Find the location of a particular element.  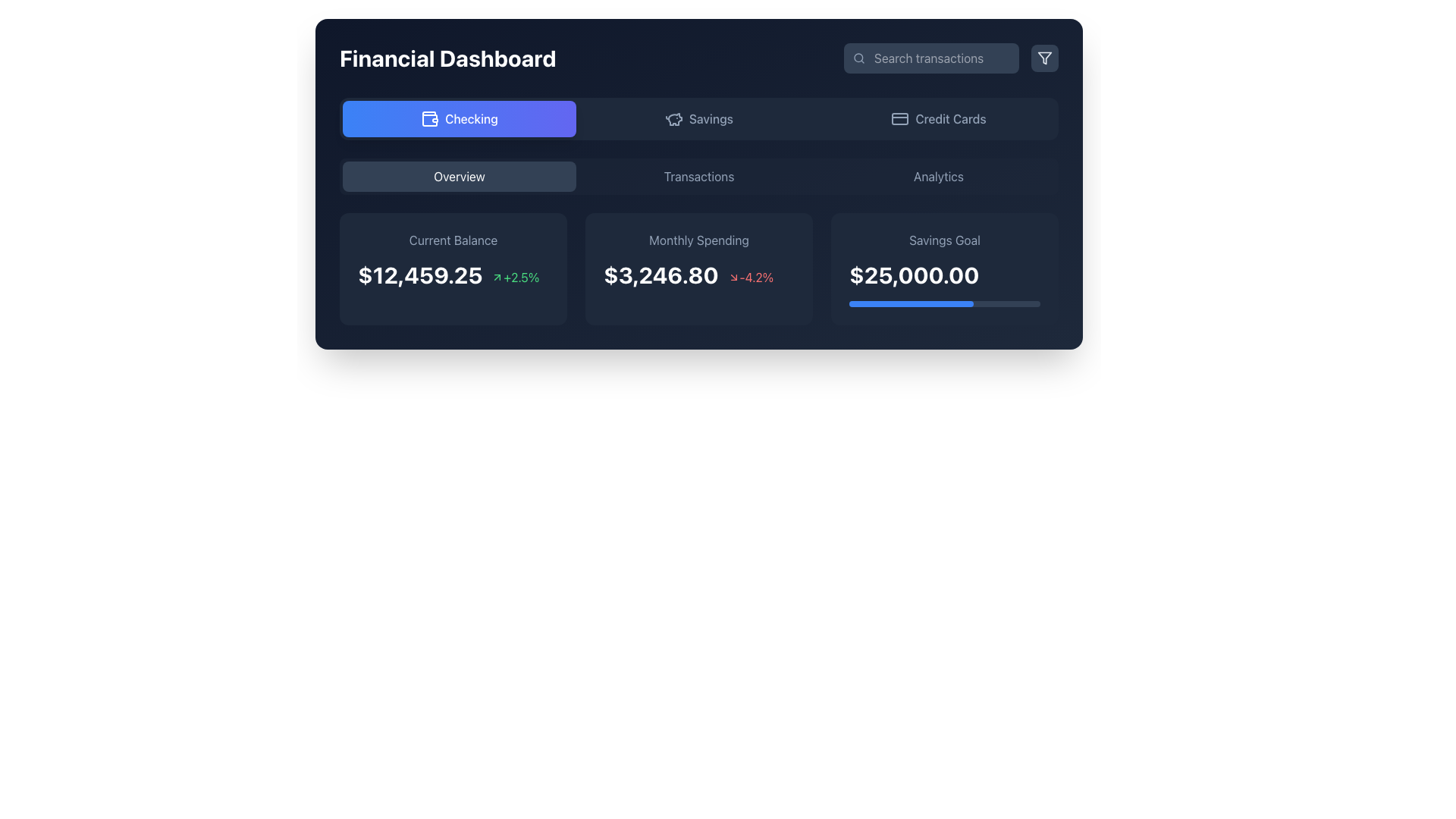

the main header text label of the dashboard that indicates the context or purpose of the displayed interface is located at coordinates (447, 58).